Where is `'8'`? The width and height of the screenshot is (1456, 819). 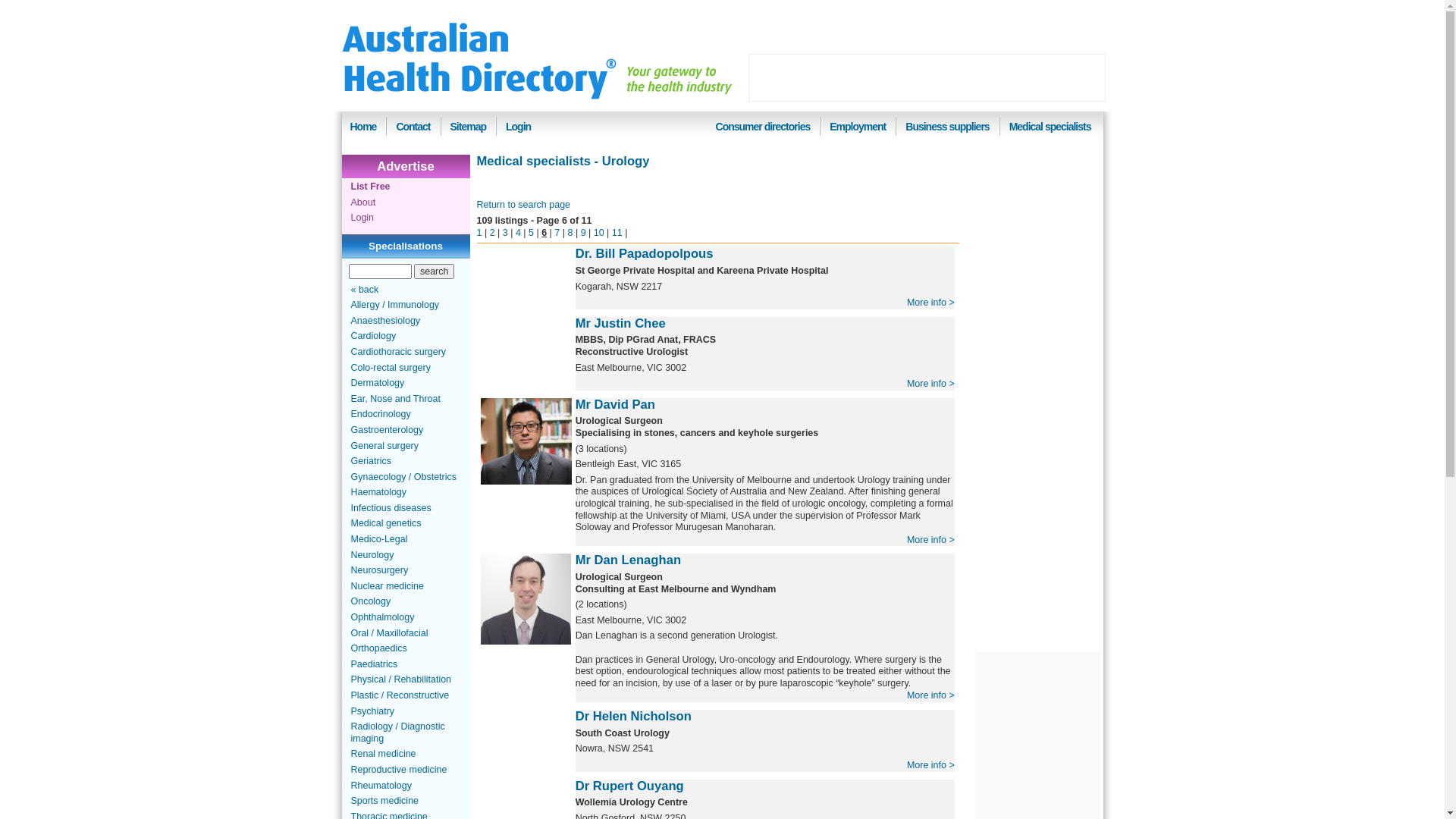 '8' is located at coordinates (569, 233).